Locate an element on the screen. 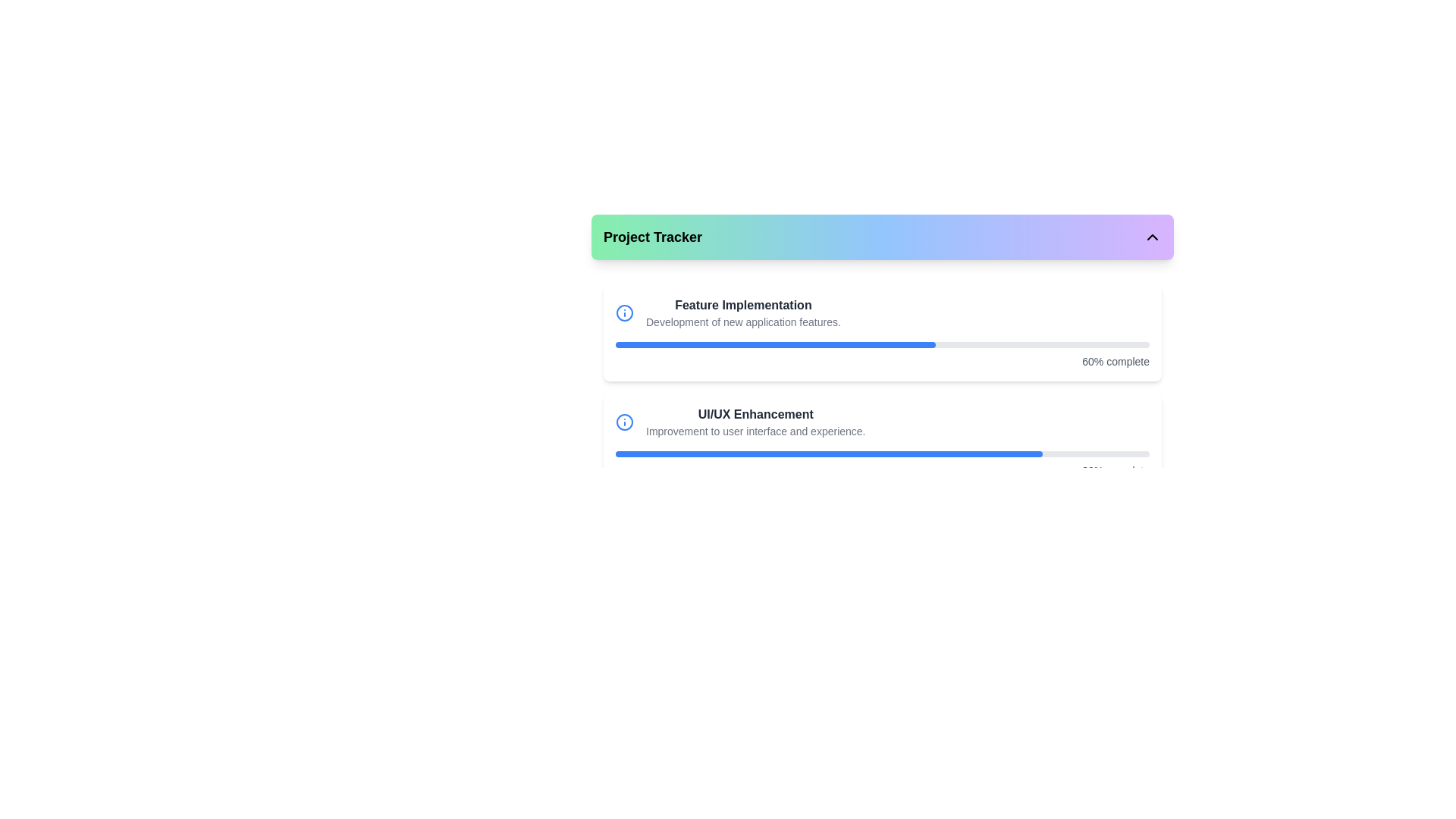 The width and height of the screenshot is (1456, 819). the informational icon located at the leftmost side of the row containing the text 'UI/UX Enhancement' is located at coordinates (625, 422).